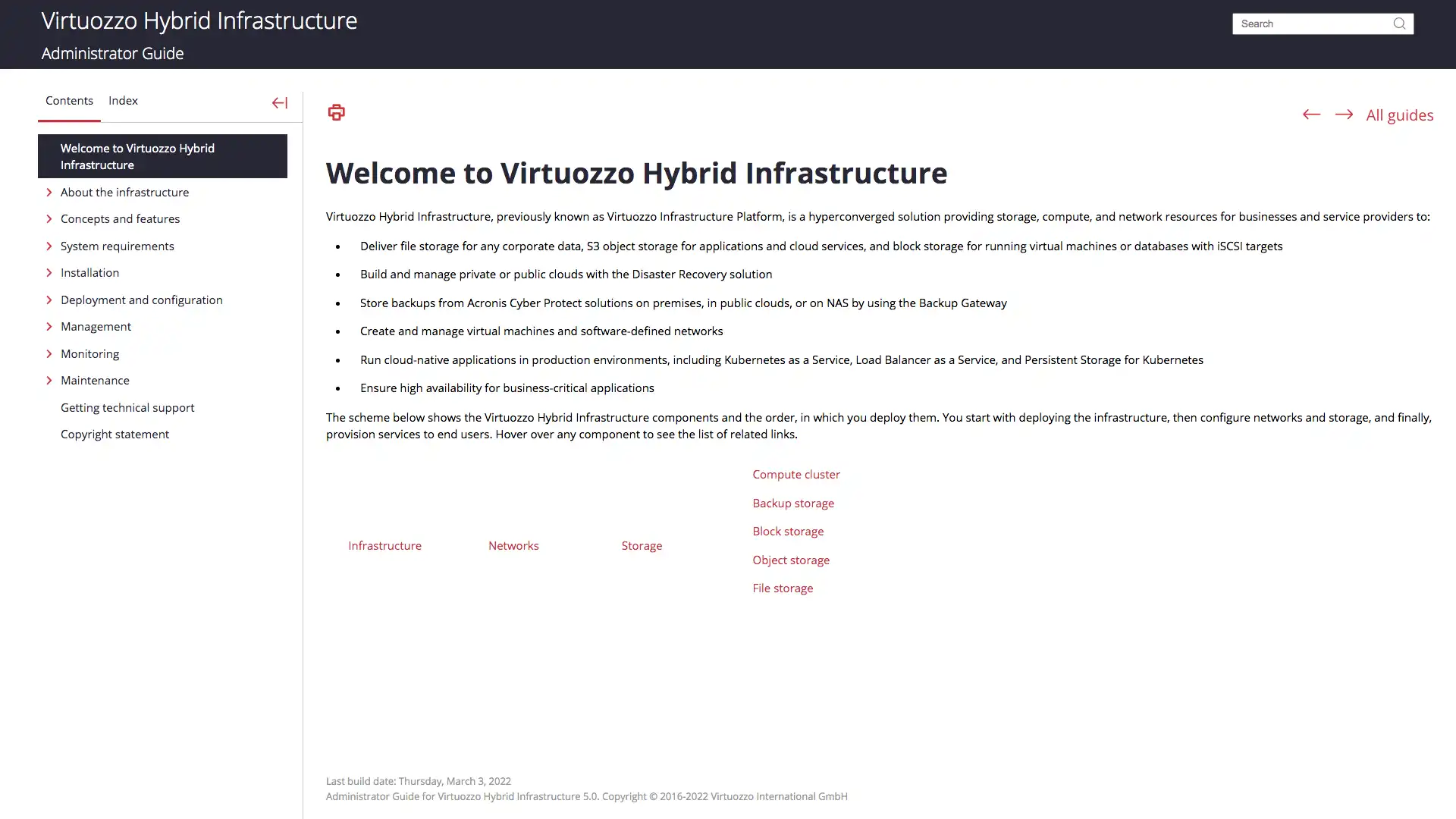 The image size is (1456, 819). I want to click on Table of Contents, so click(72, 104).